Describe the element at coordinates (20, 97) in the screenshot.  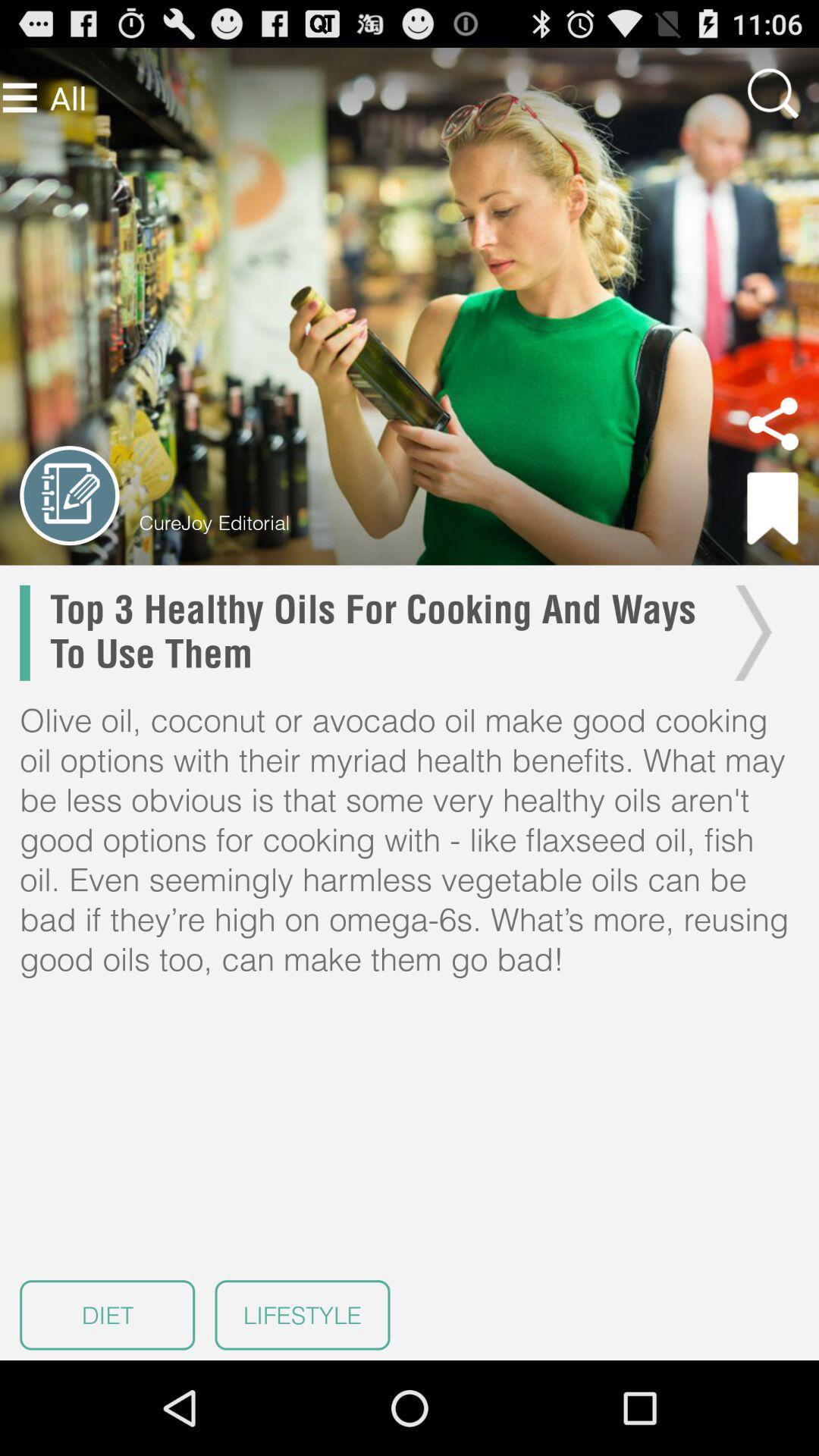
I see `the item to the left of all icon` at that location.